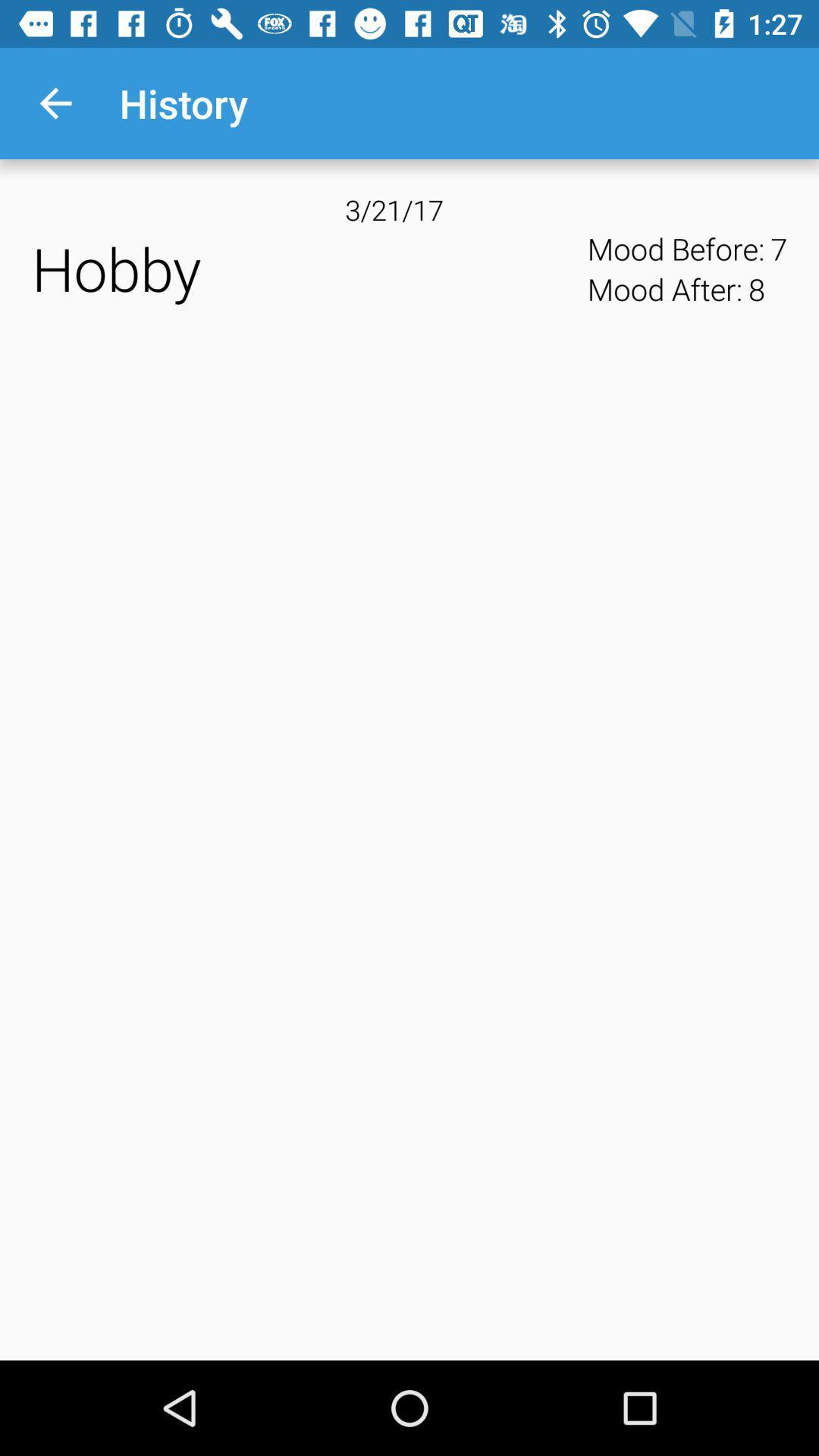 Image resolution: width=819 pixels, height=1456 pixels. I want to click on item above hobby app, so click(55, 102).